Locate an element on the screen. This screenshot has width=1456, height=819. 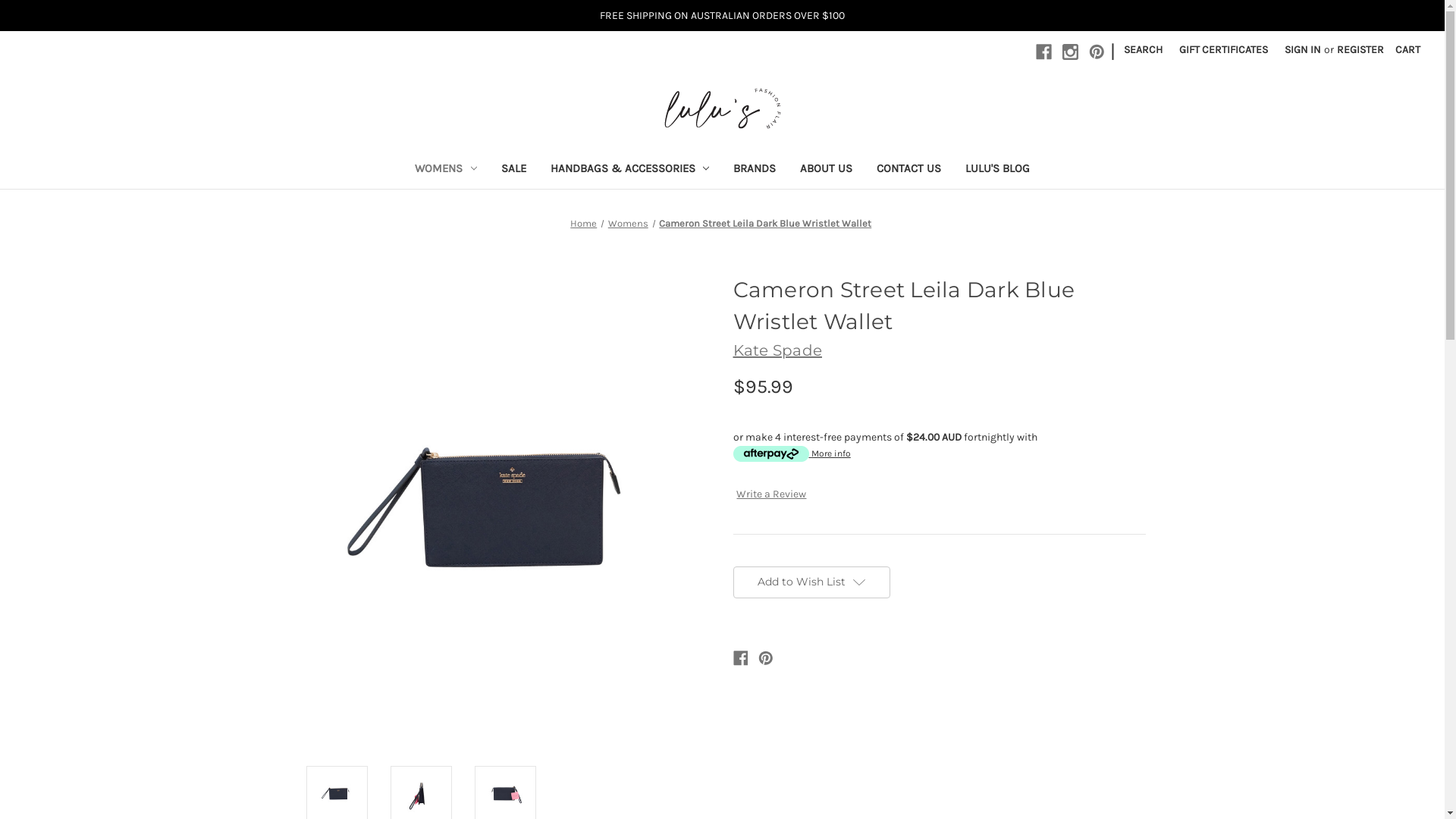
'GIFT CERTIFICATES' is located at coordinates (1223, 49).